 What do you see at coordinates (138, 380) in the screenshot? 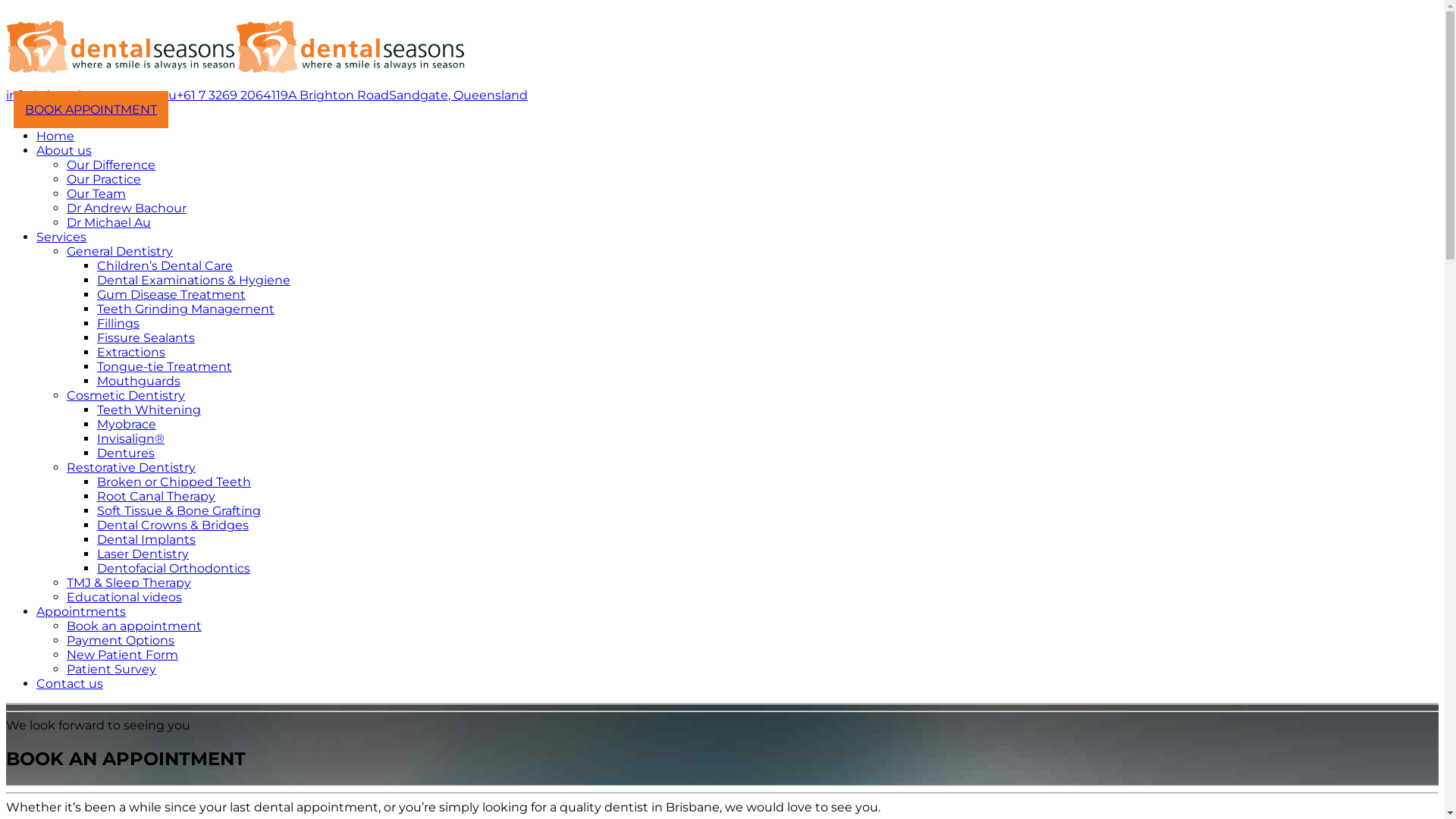
I see `'Mouthguards'` at bounding box center [138, 380].